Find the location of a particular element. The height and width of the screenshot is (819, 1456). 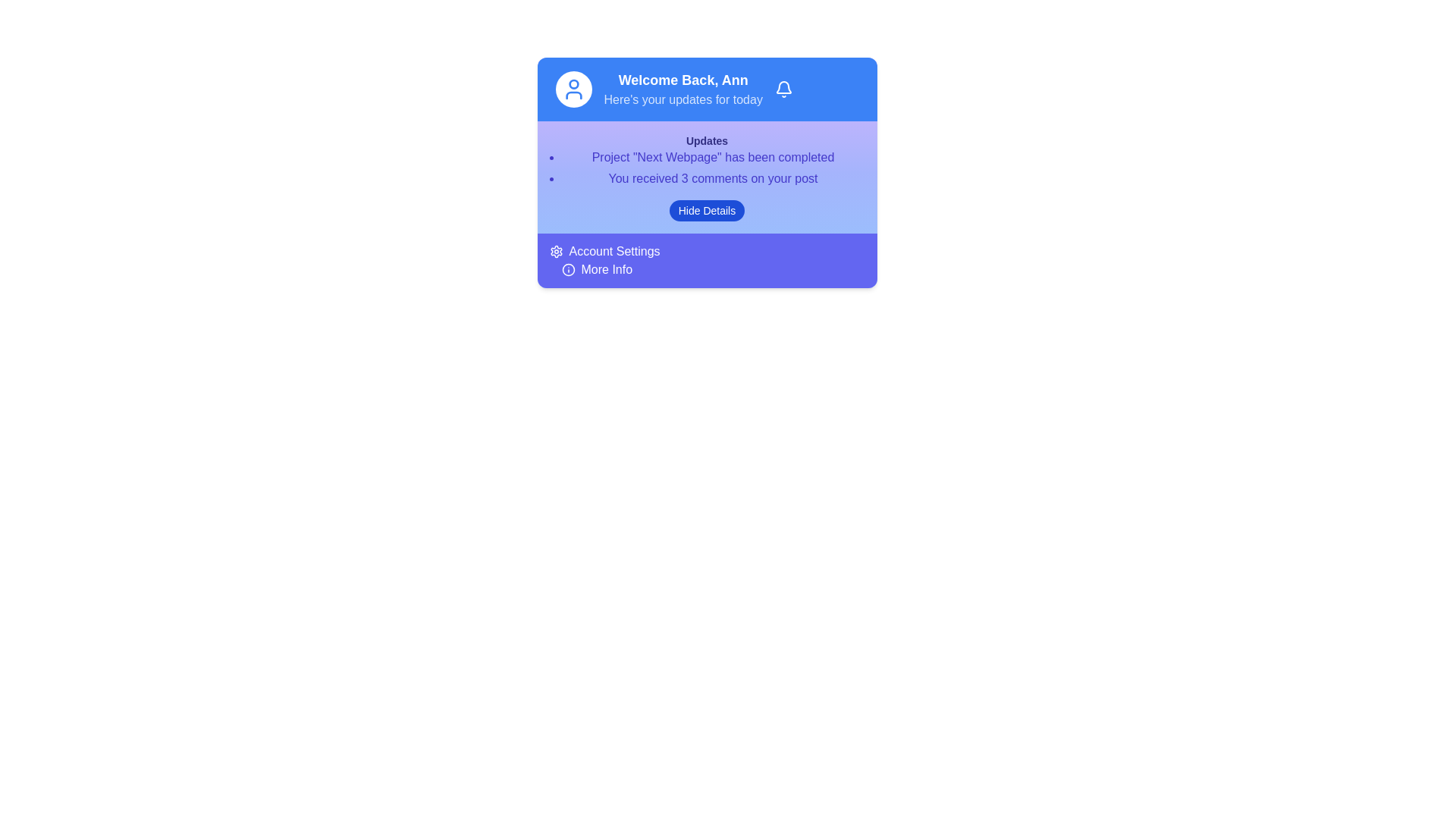

text label 'Updates' which is displayed in bold indigo blue font against a light purple background, positioned at the top of the updates section is located at coordinates (706, 140).